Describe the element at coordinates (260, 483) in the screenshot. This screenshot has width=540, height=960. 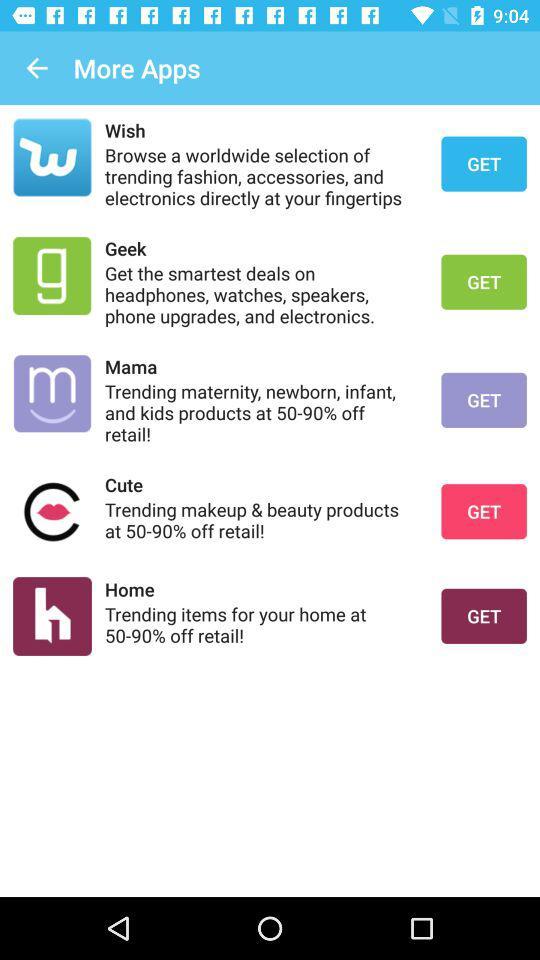
I see `item next to the get icon` at that location.